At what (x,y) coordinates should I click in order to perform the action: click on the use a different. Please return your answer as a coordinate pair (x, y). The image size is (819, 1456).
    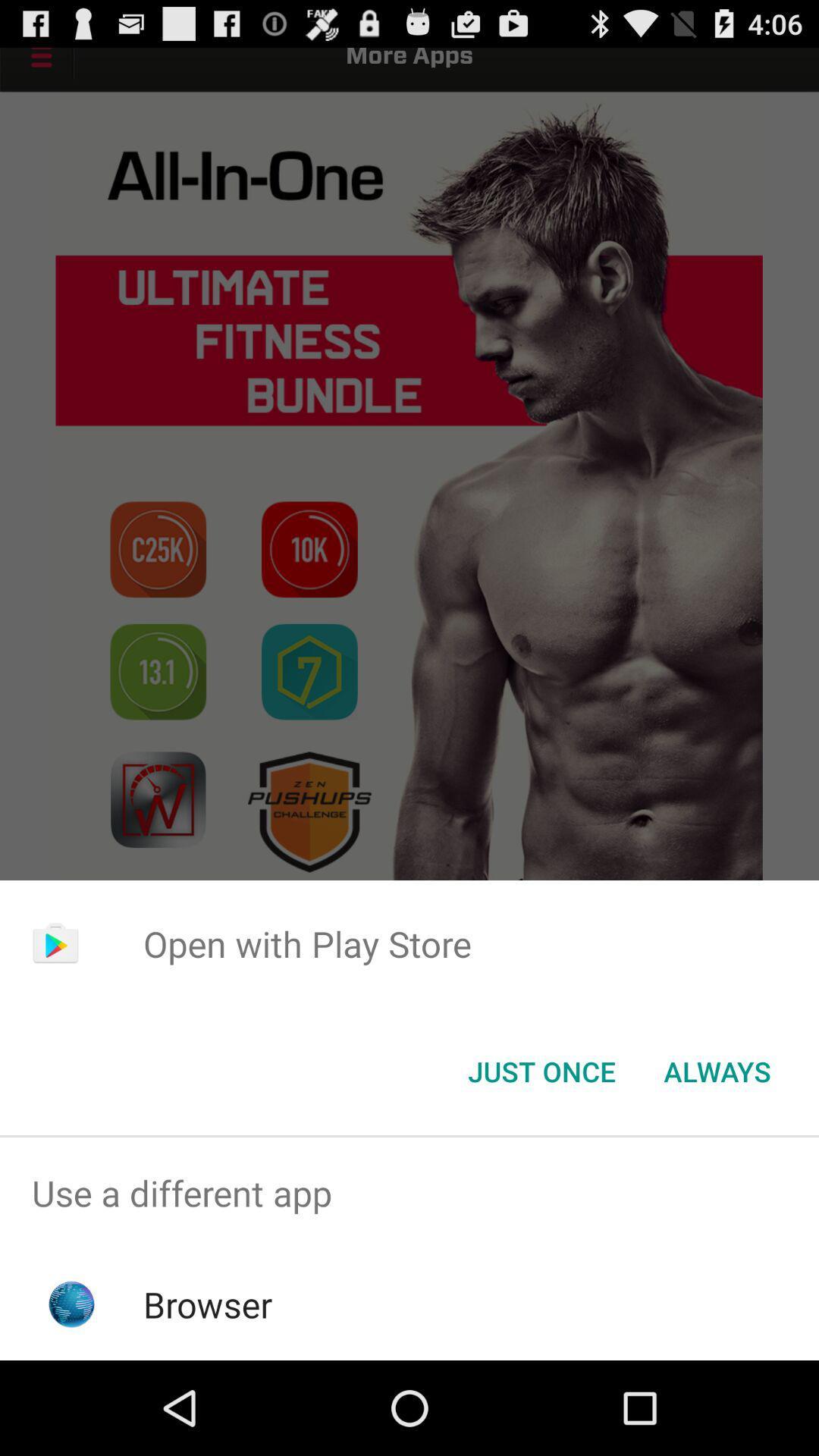
    Looking at the image, I should click on (409, 1192).